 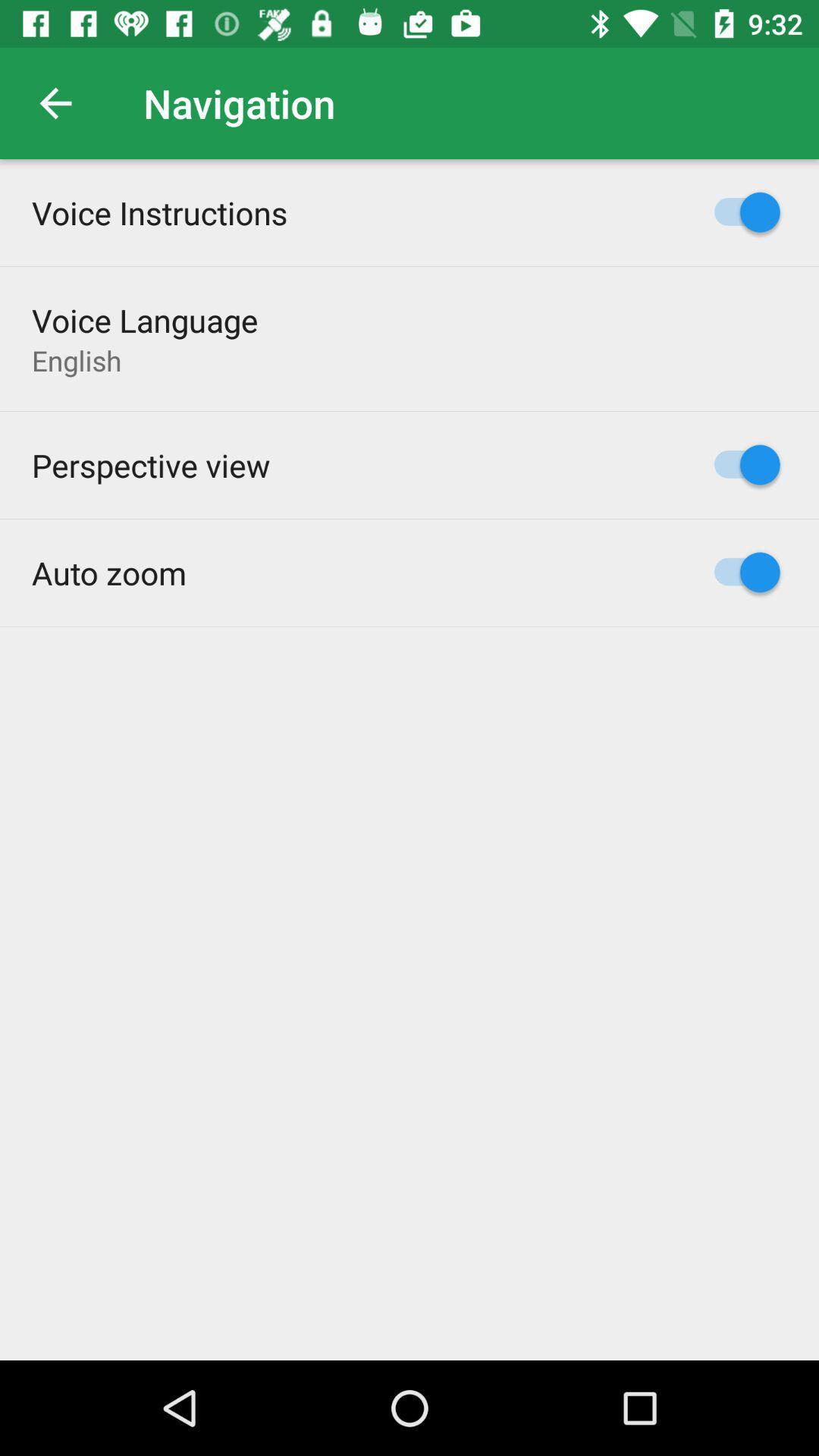 I want to click on item below the voice language item, so click(x=77, y=359).